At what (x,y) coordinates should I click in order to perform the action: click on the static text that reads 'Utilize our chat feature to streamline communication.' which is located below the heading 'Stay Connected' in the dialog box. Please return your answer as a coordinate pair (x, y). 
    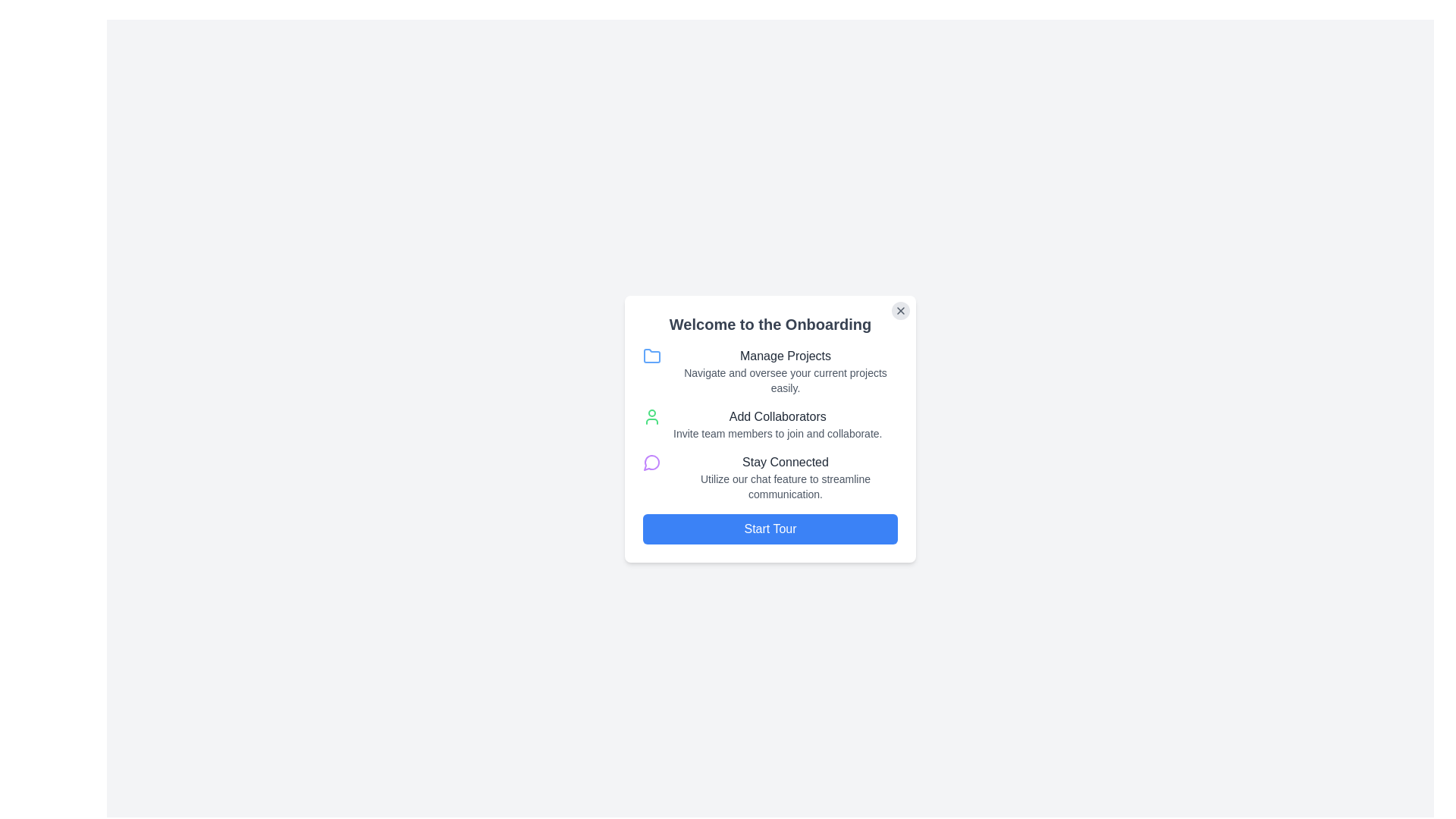
    Looking at the image, I should click on (786, 486).